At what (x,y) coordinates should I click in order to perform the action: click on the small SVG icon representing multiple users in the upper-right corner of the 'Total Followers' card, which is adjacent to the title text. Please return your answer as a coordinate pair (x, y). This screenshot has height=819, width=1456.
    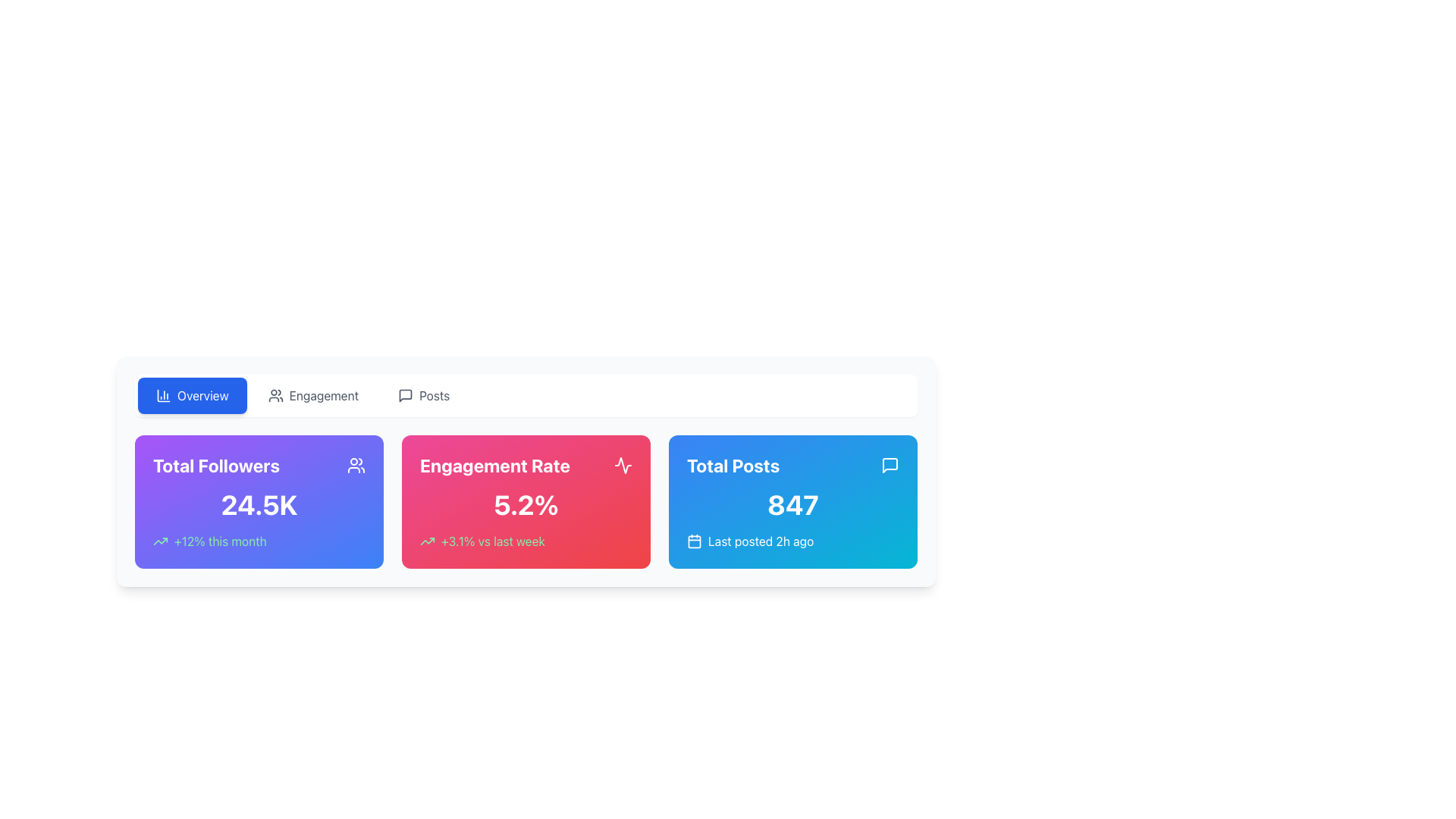
    Looking at the image, I should click on (356, 464).